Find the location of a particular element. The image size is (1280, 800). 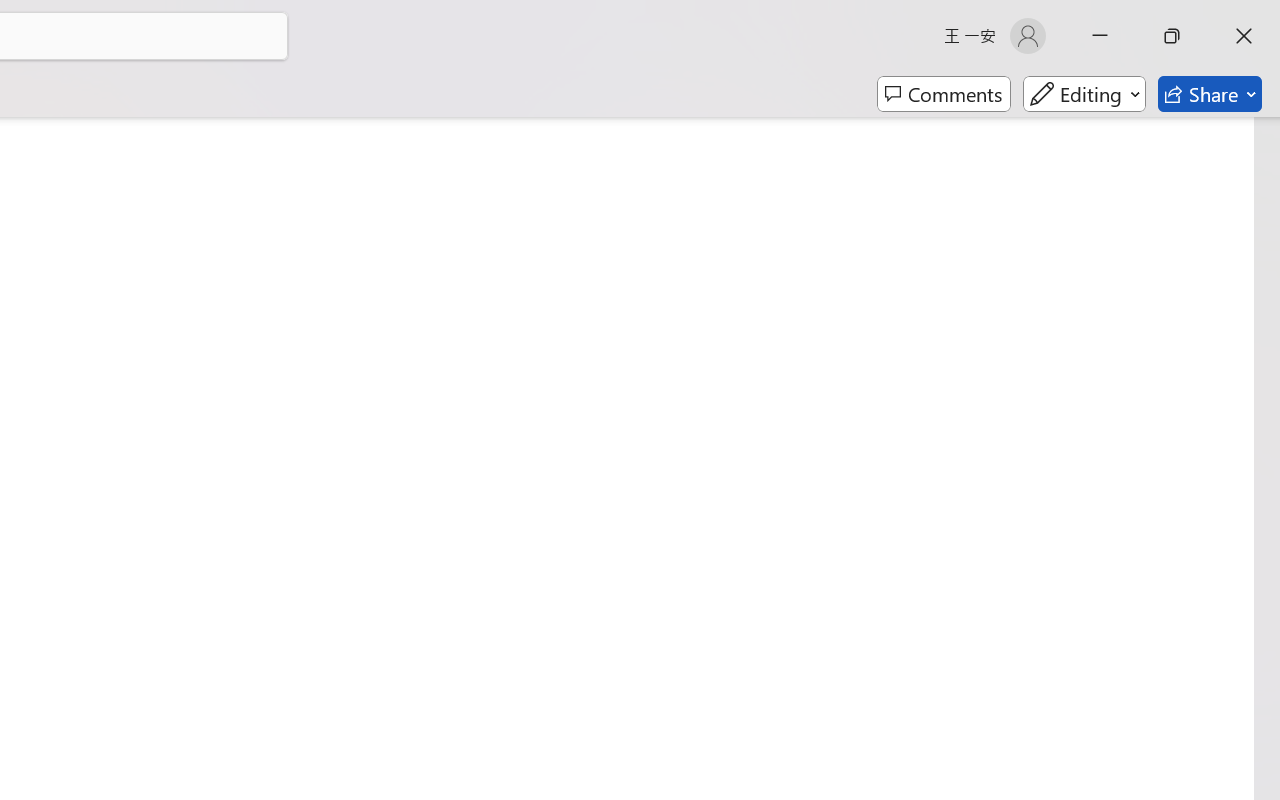

'Restore Down' is located at coordinates (1172, 35).